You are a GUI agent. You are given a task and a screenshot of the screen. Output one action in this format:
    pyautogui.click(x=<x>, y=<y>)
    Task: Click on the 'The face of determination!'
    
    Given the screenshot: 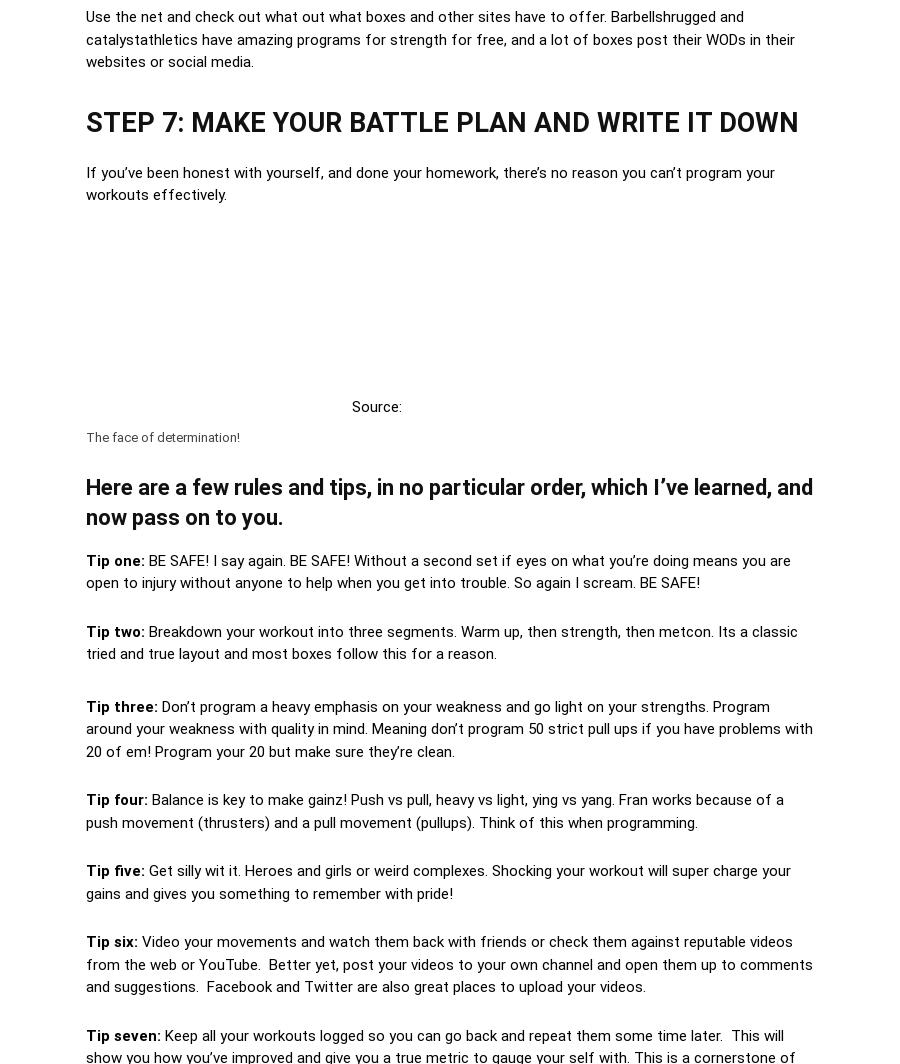 What is the action you would take?
    pyautogui.click(x=162, y=437)
    